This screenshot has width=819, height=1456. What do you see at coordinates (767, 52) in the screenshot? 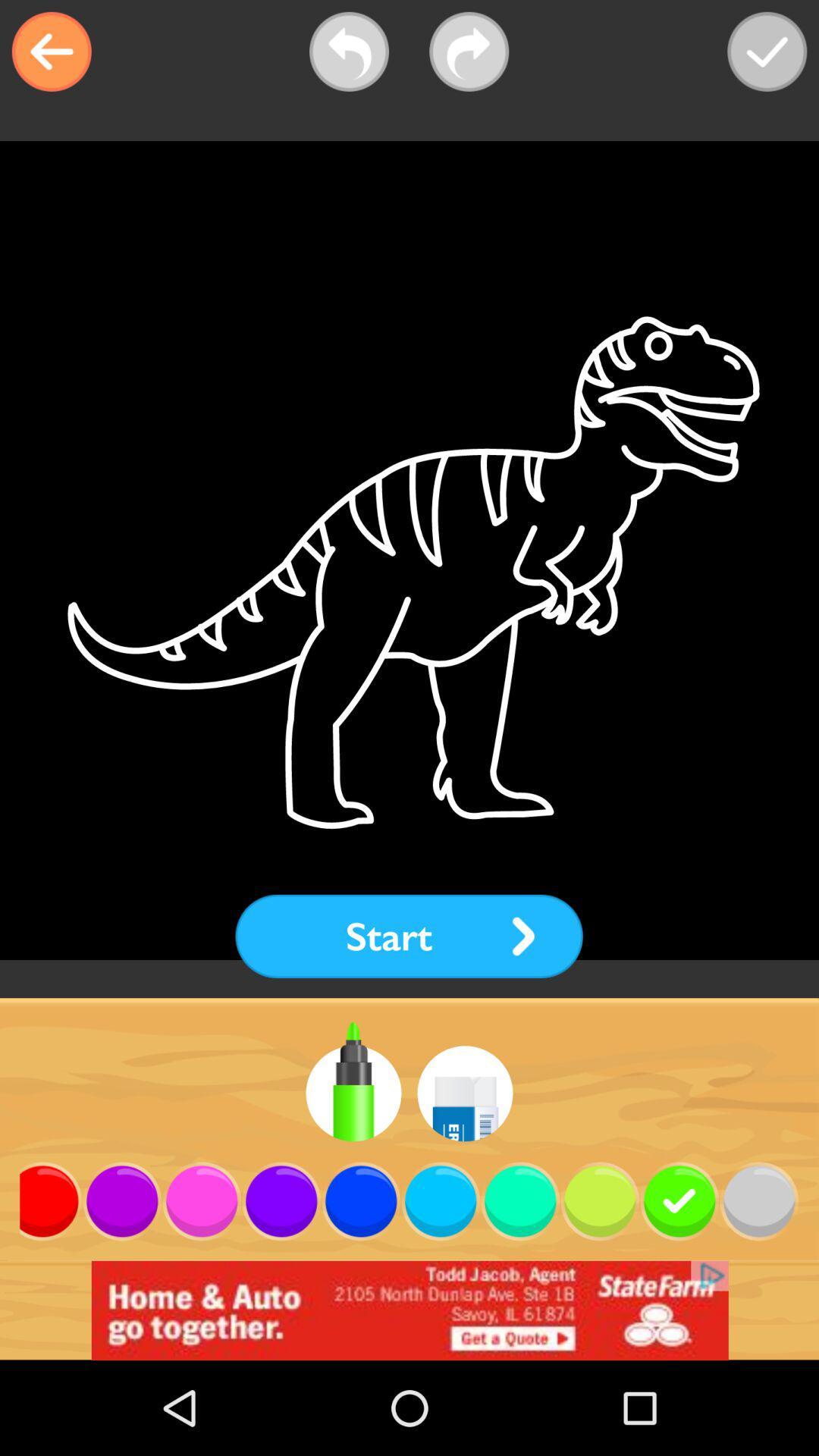
I see `picture` at bounding box center [767, 52].